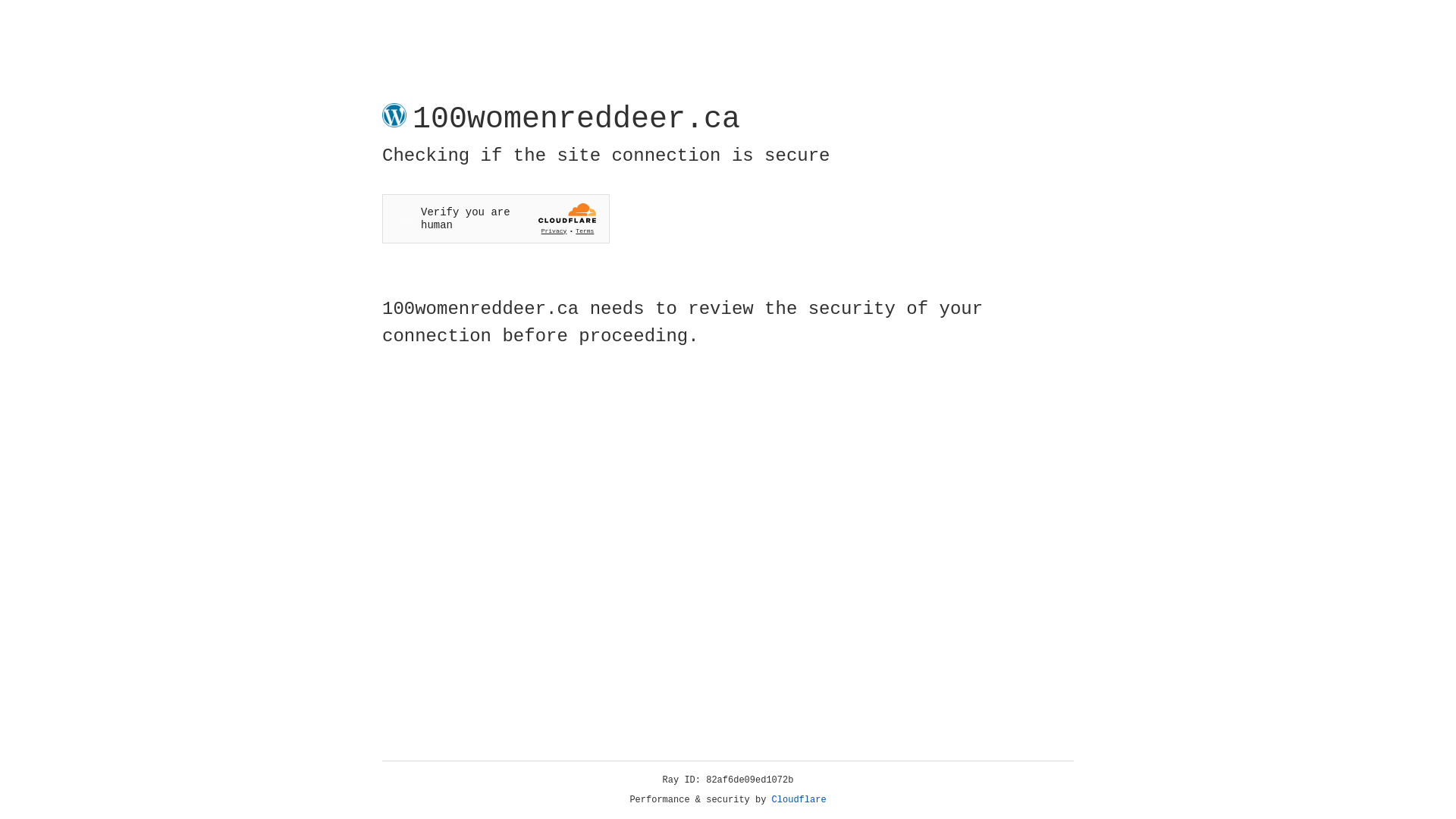 Image resolution: width=1456 pixels, height=819 pixels. I want to click on 'Widget containing a Cloudflare security challenge', so click(495, 218).